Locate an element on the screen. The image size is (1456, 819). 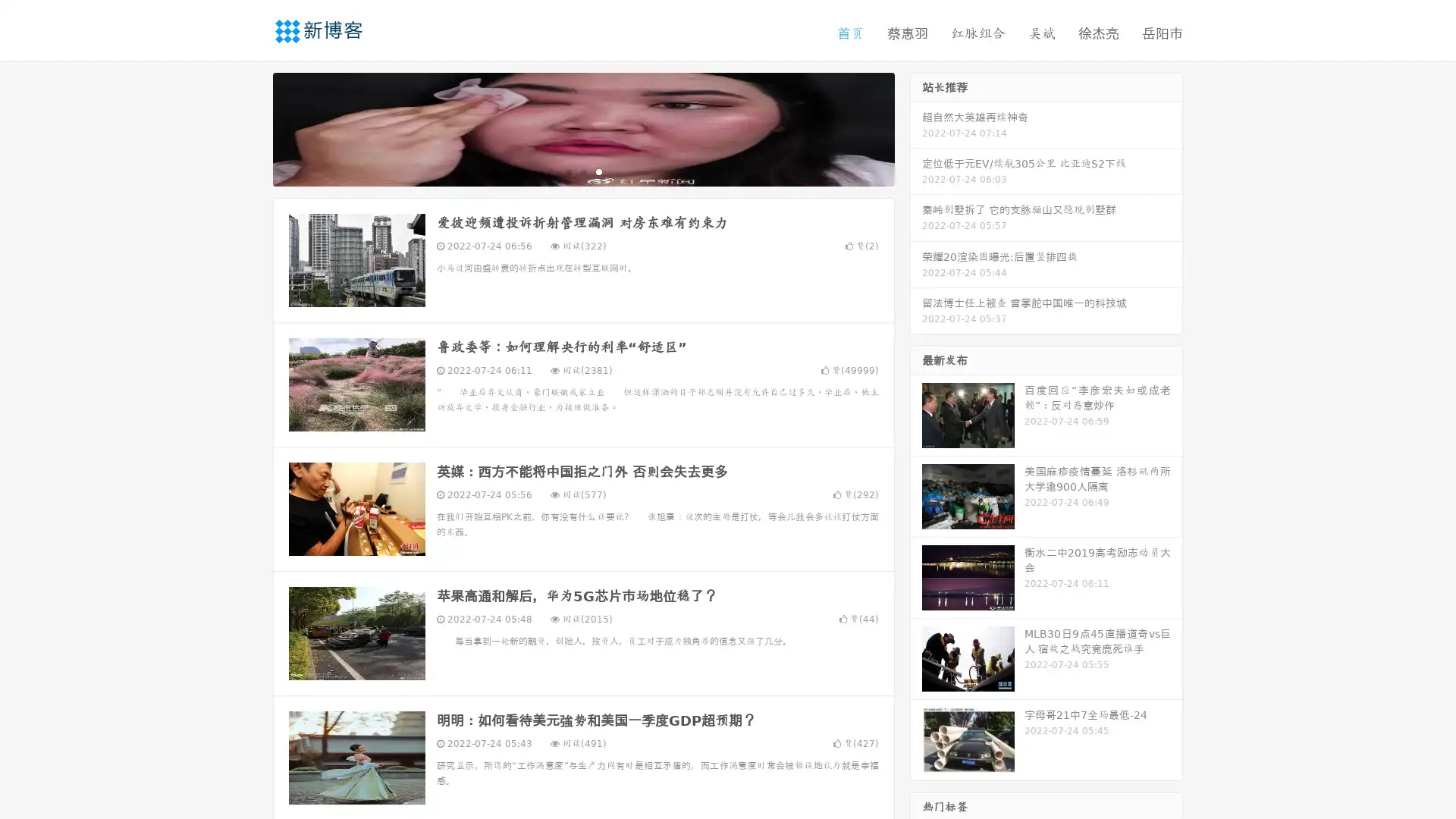
Go to slide 3 is located at coordinates (598, 171).